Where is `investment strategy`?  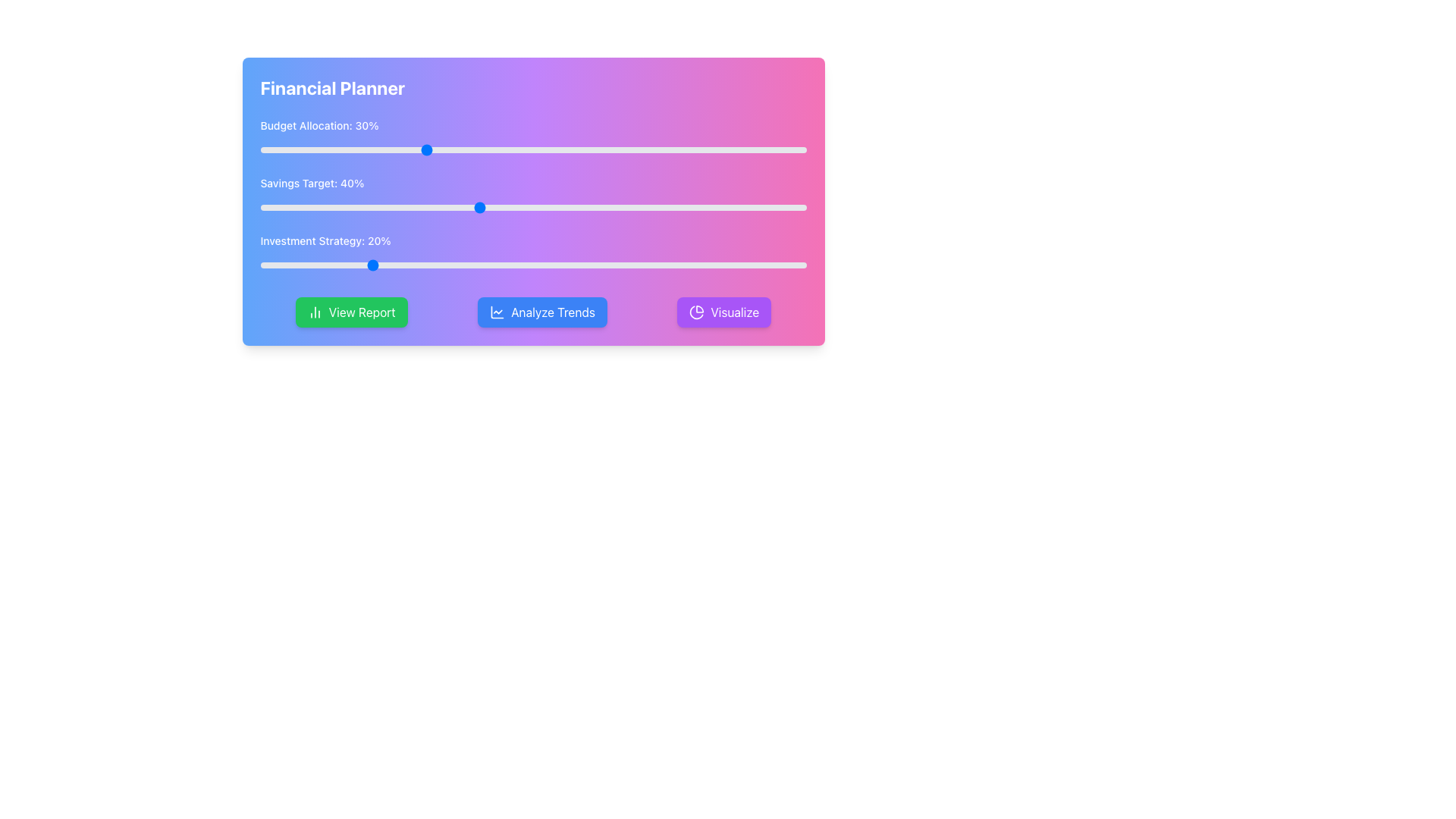 investment strategy is located at coordinates (735, 265).